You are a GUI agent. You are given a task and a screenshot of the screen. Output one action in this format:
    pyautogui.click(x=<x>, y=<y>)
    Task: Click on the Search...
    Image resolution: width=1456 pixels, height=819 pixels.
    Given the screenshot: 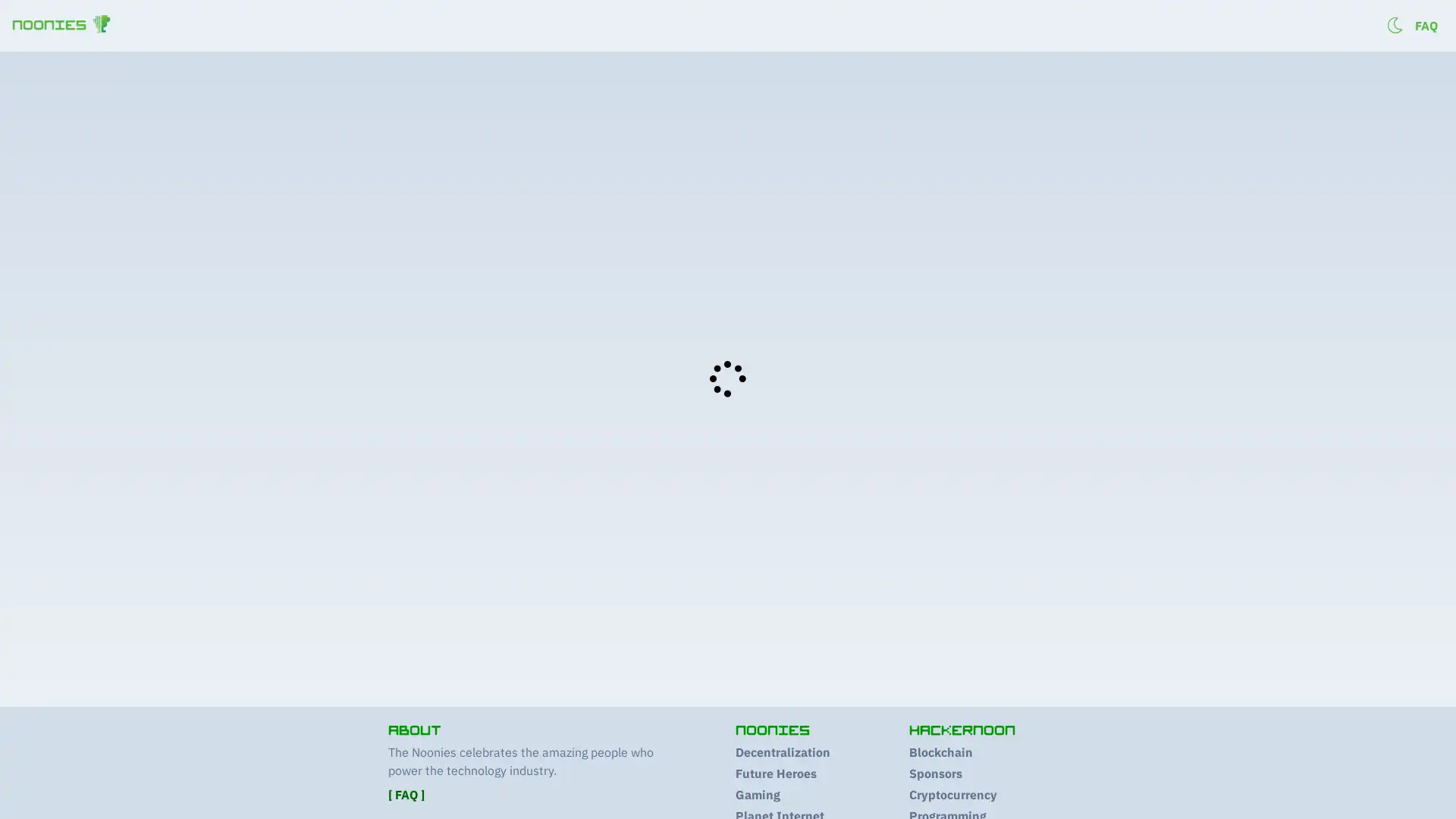 What is the action you would take?
    pyautogui.click(x=1253, y=77)
    